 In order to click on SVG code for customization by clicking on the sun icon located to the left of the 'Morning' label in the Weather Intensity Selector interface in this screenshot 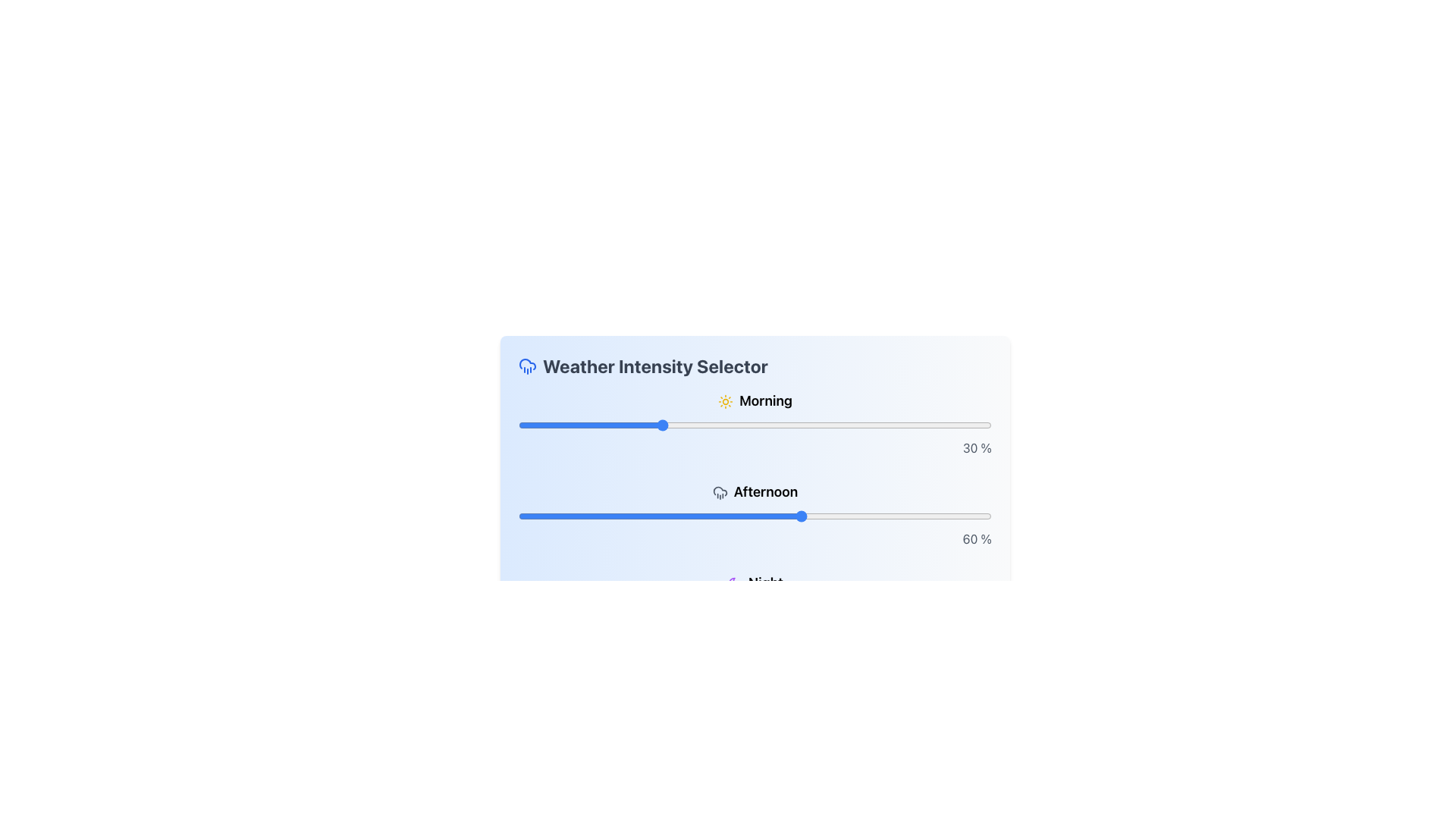, I will do `click(725, 401)`.